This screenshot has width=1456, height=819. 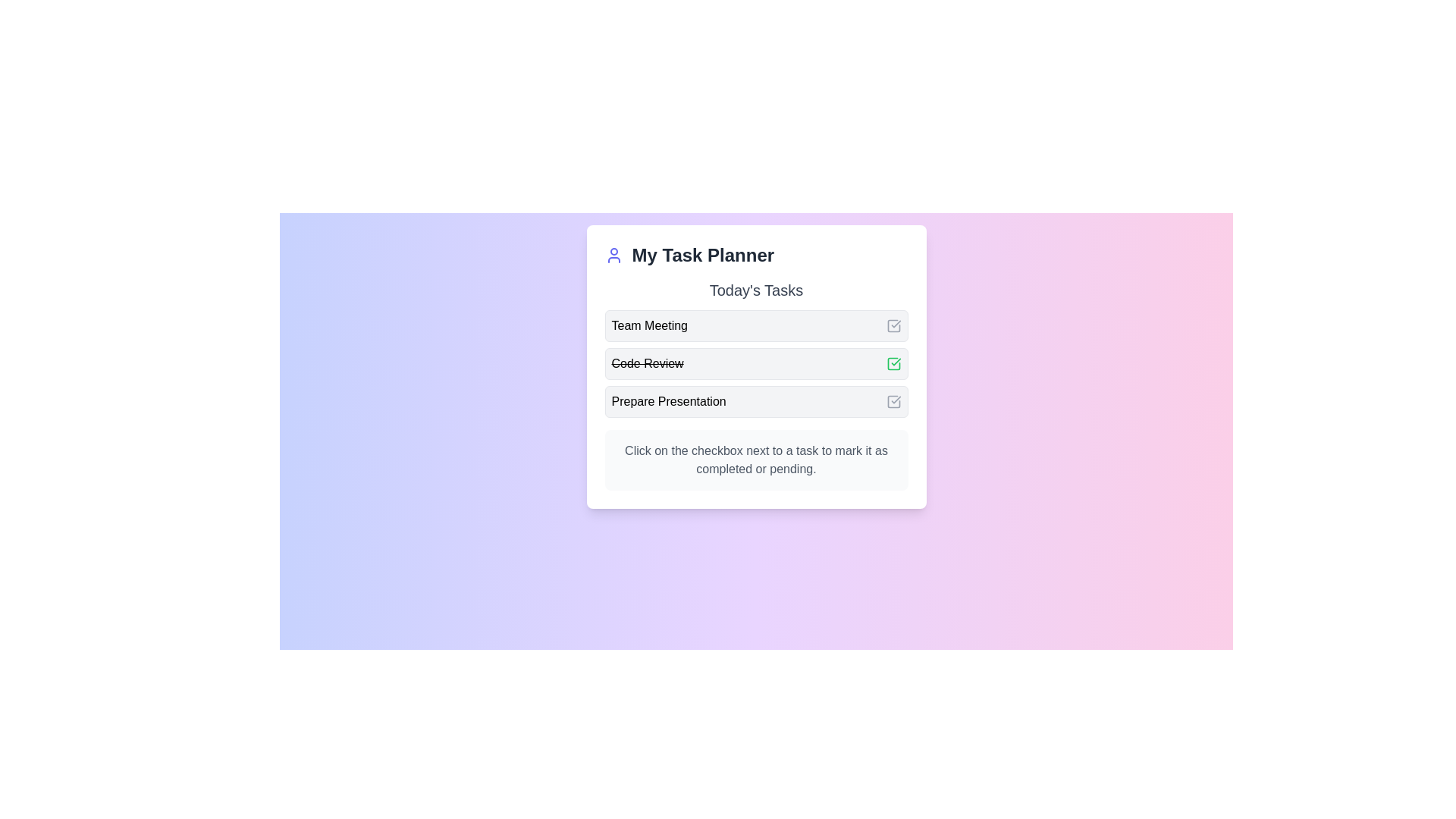 What do you see at coordinates (702, 254) in the screenshot?
I see `the text label that serves as a title or heading for the task planner section, located in the header of a card-like UI section, adjacent to the left of a user icon` at bounding box center [702, 254].